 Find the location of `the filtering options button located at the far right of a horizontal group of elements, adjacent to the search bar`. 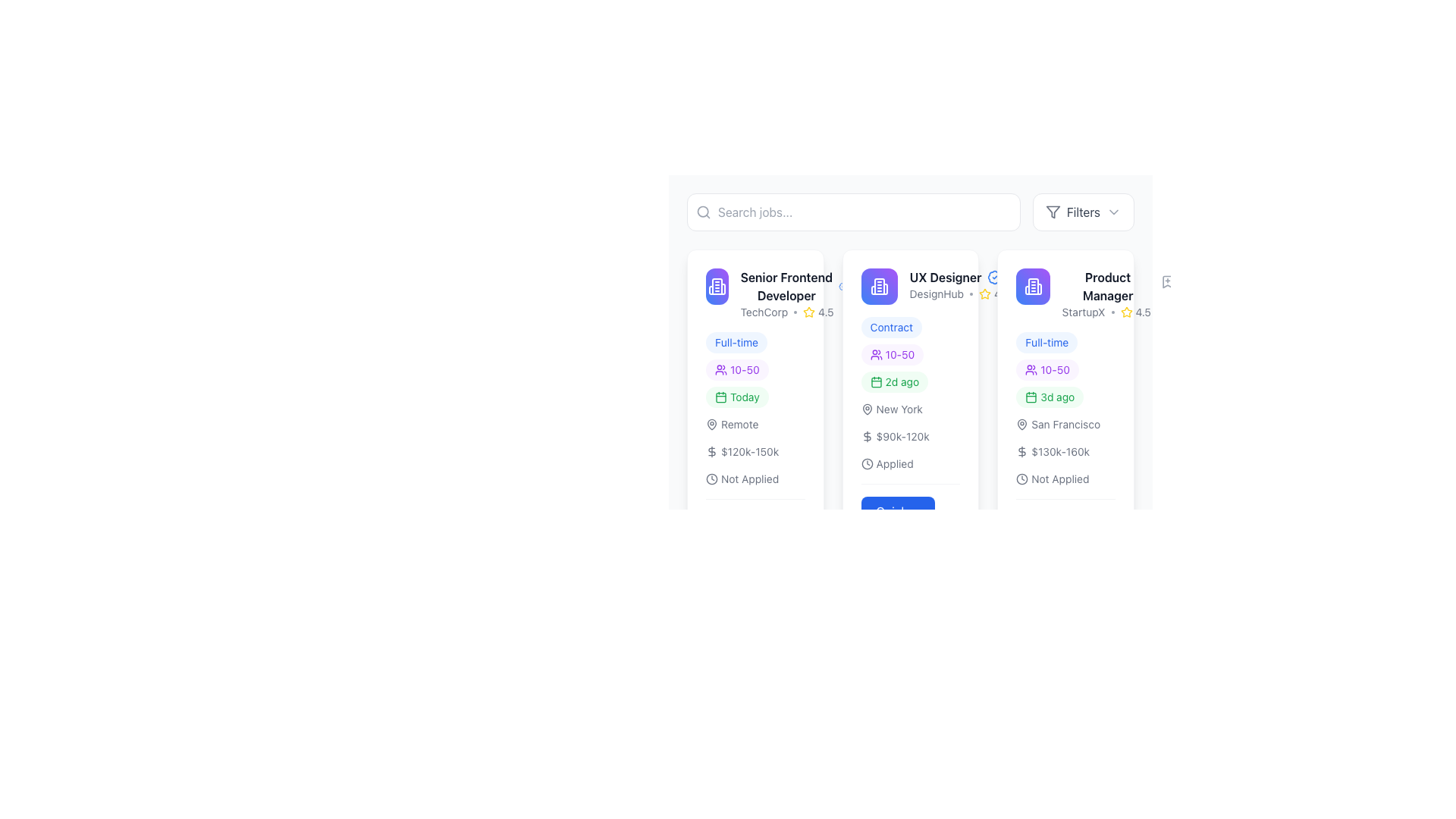

the filtering options button located at the far right of a horizontal group of elements, adjacent to the search bar is located at coordinates (1082, 212).